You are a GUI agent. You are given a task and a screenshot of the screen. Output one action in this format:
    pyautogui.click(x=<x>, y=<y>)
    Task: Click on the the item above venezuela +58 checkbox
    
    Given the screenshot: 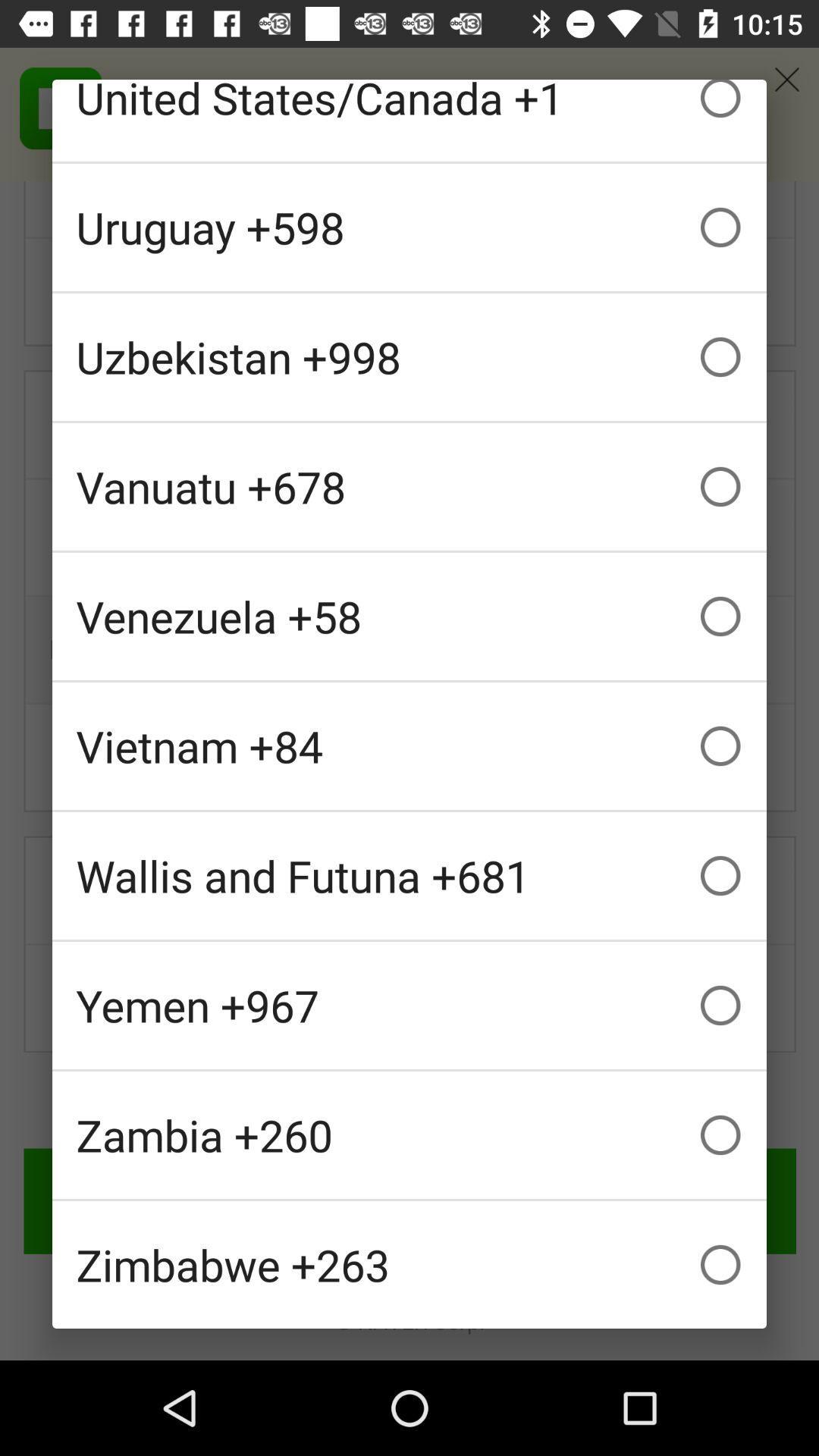 What is the action you would take?
    pyautogui.click(x=409, y=487)
    